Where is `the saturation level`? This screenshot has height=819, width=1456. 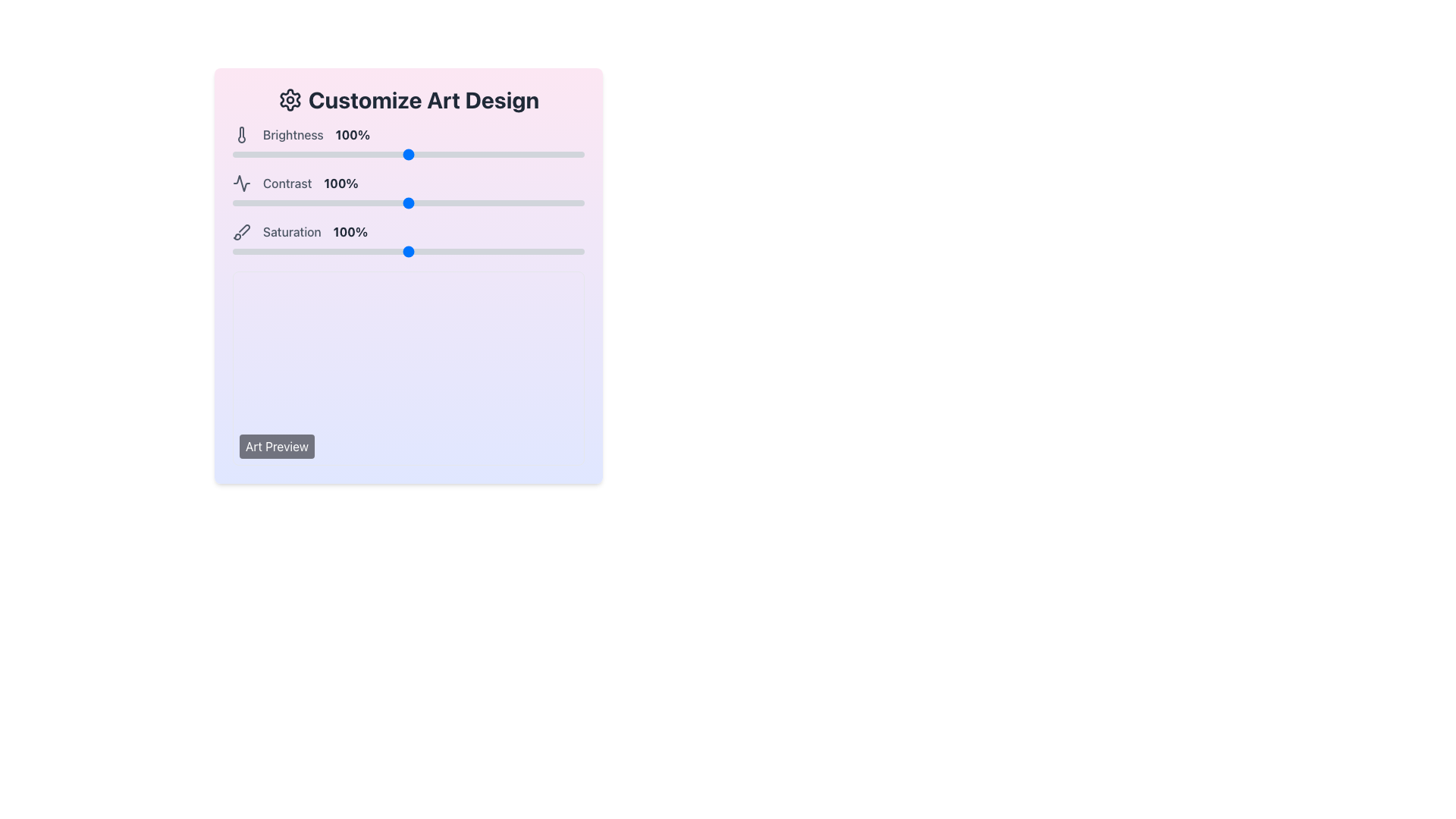 the saturation level is located at coordinates (424, 250).